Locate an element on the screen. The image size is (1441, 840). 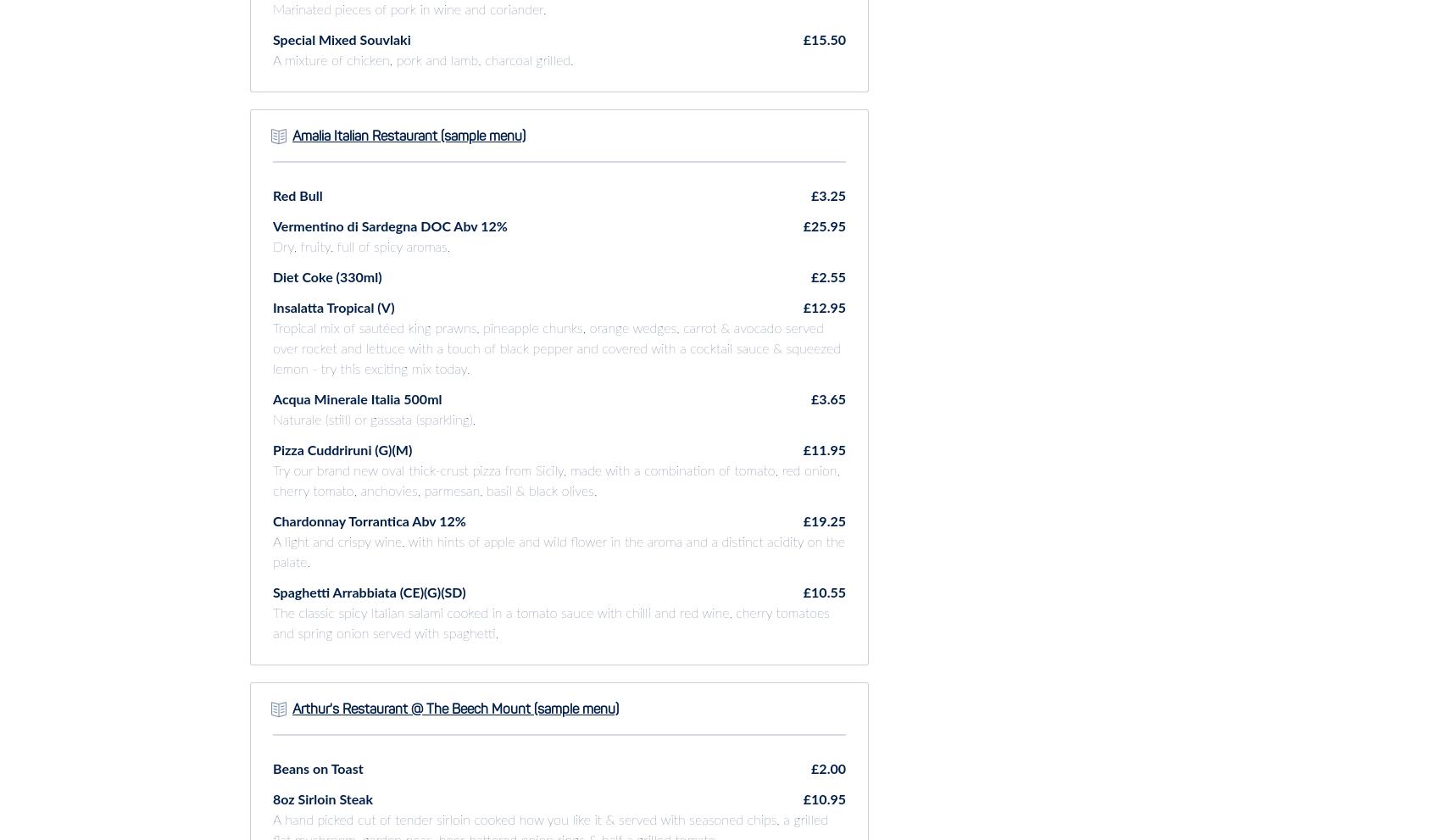
'Naturale (still) or gassata (sparkling).' is located at coordinates (374, 419).